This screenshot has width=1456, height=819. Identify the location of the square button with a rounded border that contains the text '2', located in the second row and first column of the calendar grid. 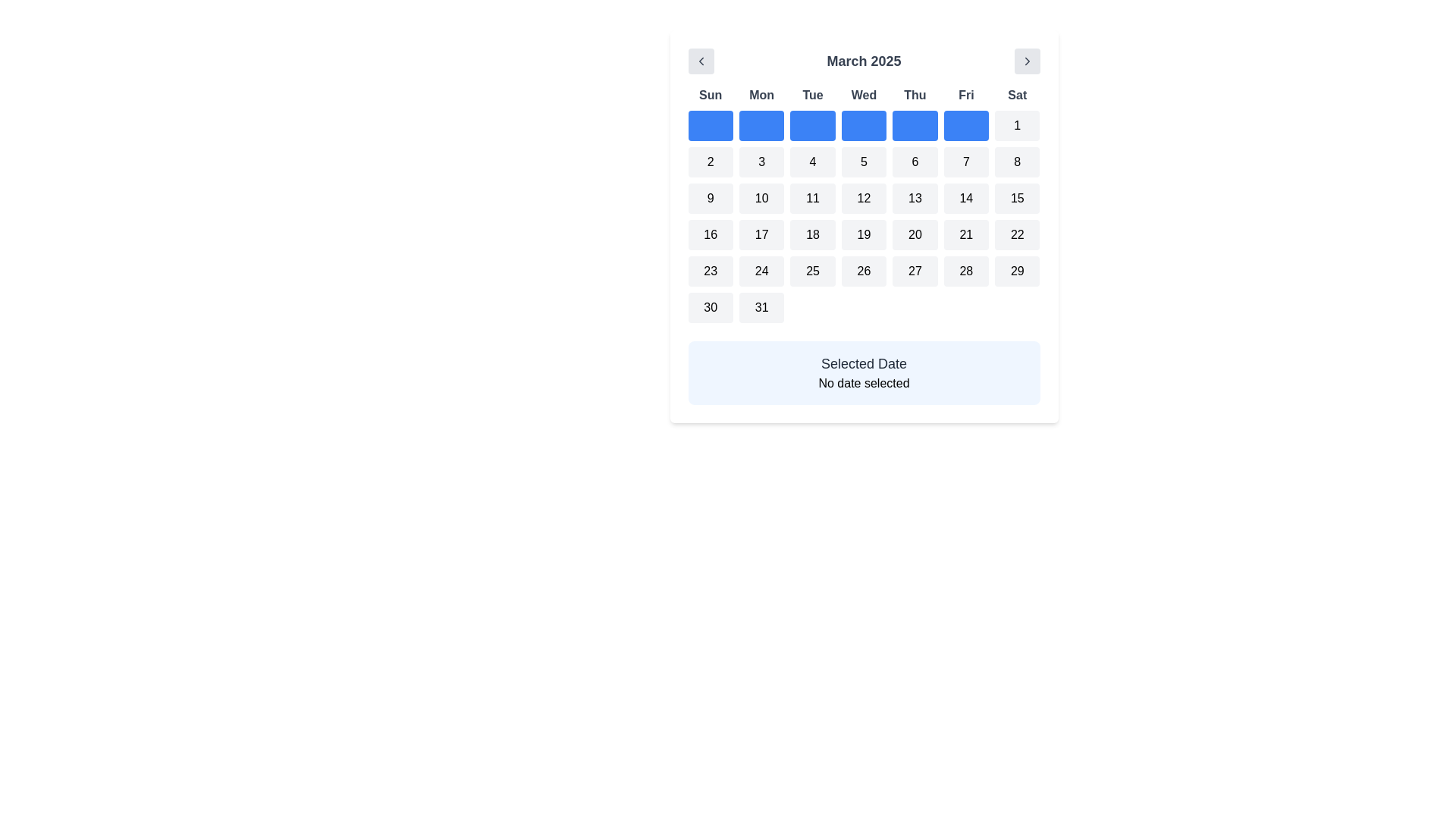
(710, 162).